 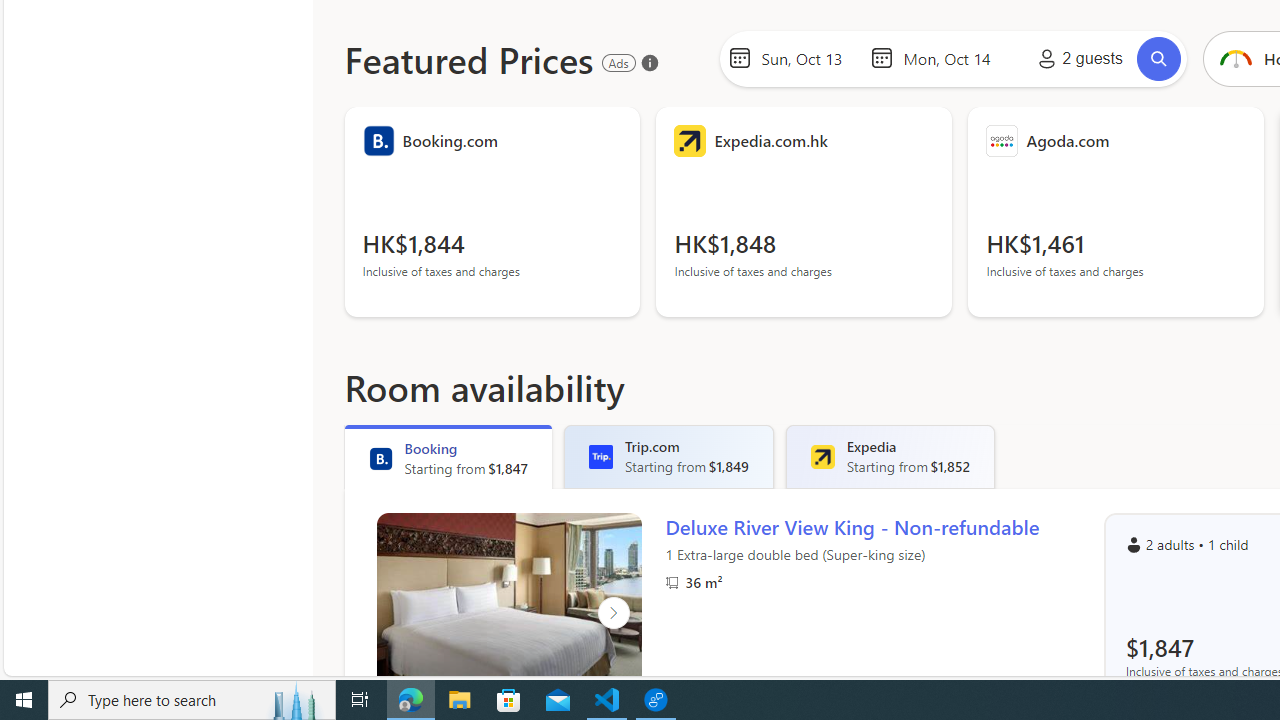 I want to click on 'Booking Booking Starting from $1,847', so click(x=447, y=456).